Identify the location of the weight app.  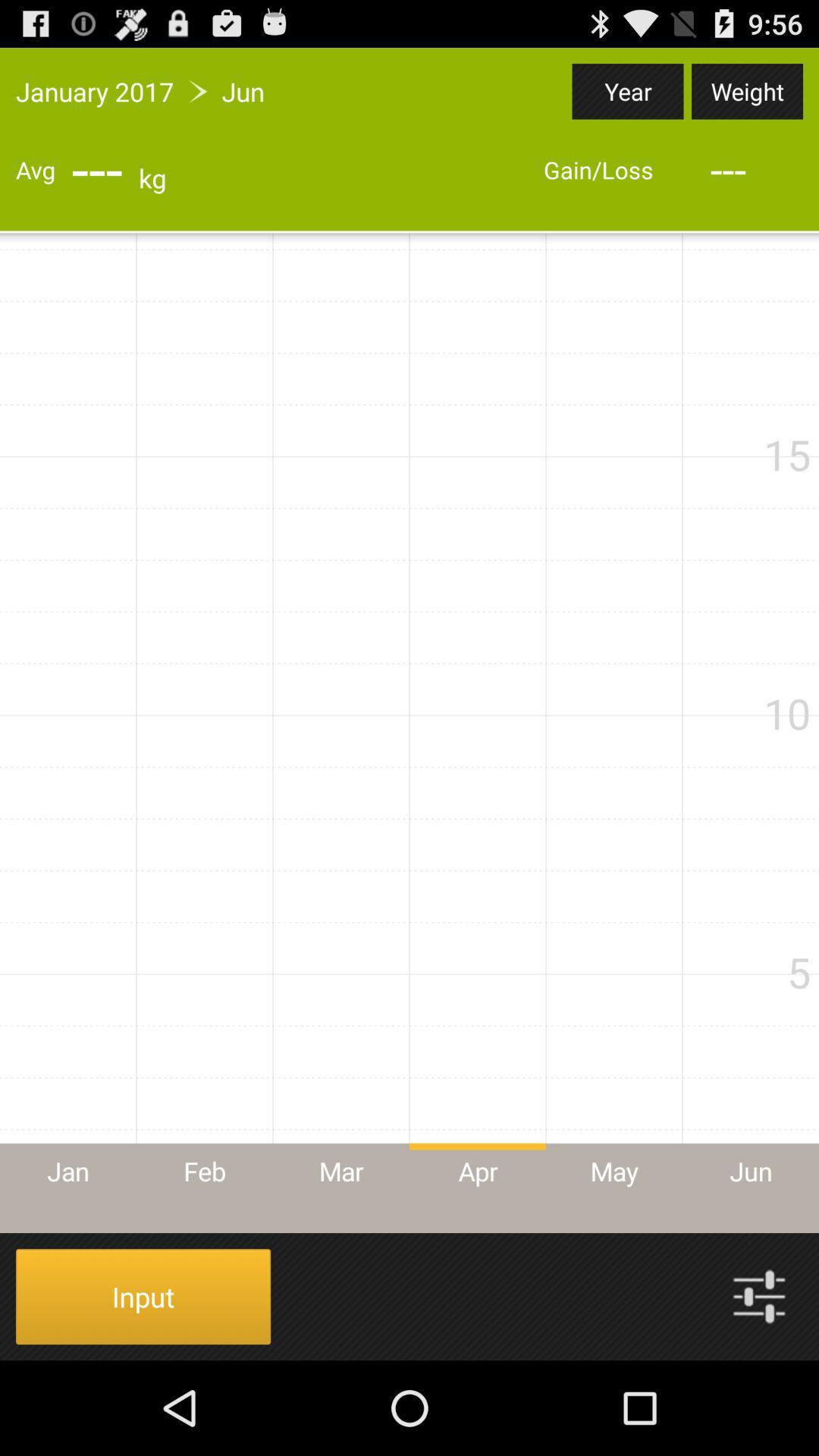
(746, 90).